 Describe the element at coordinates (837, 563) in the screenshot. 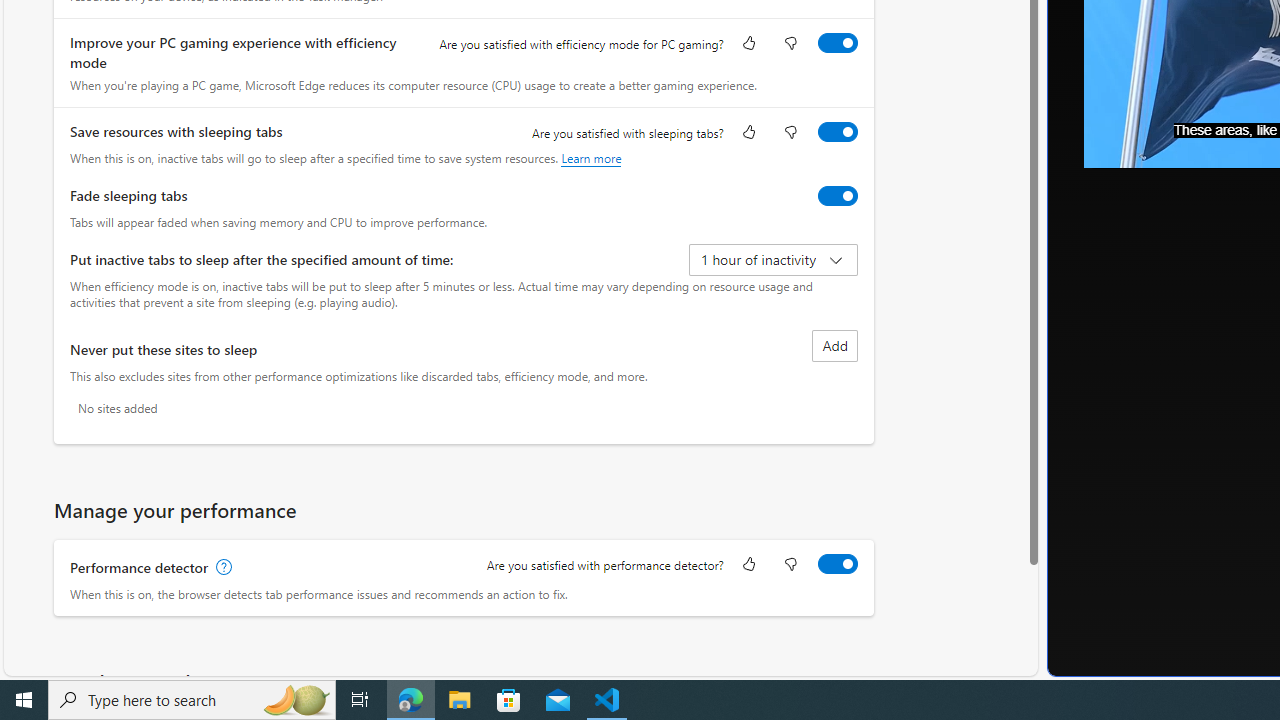

I see `'Performance detector'` at that location.